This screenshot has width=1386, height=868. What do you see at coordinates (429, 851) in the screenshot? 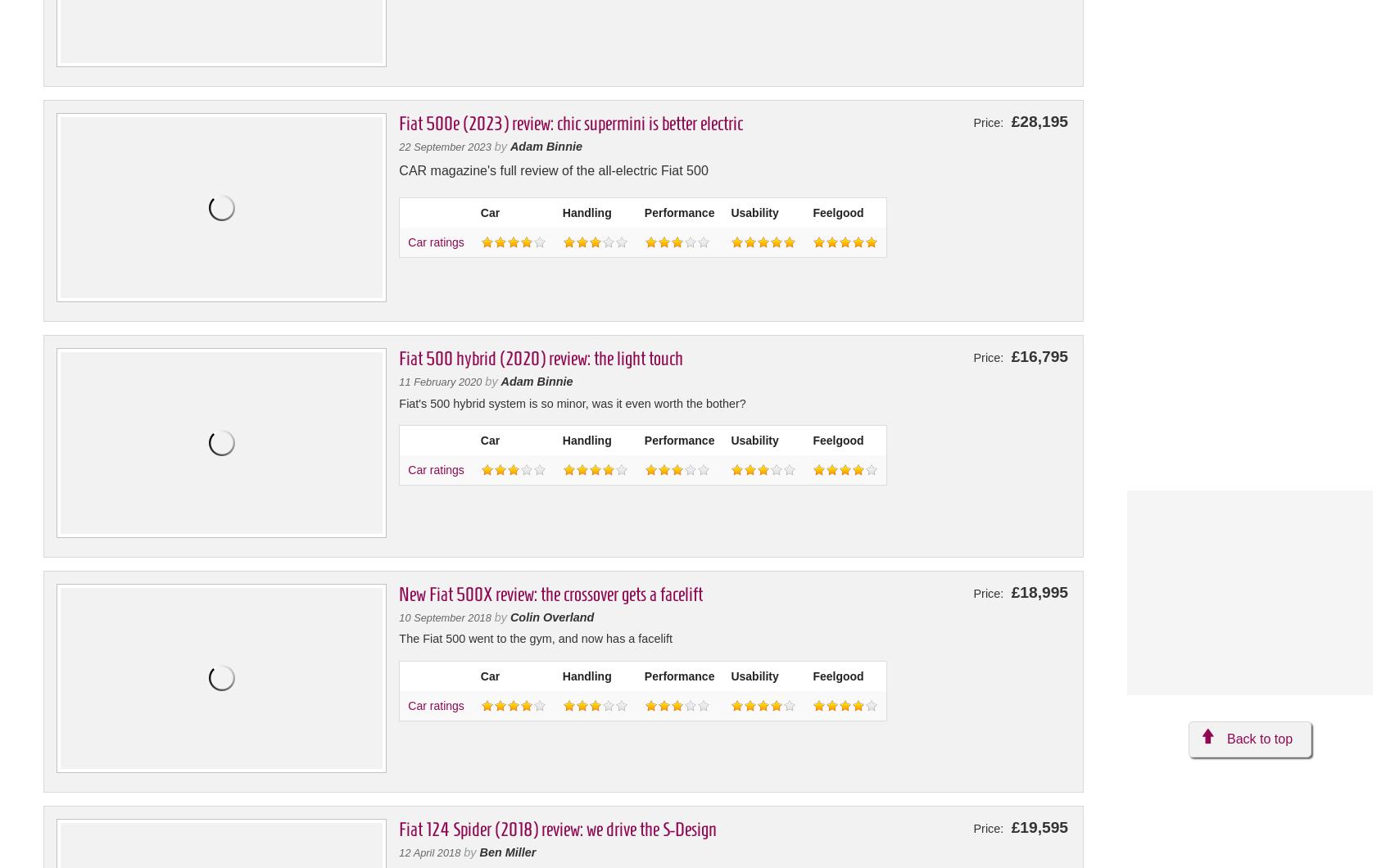
I see `'12 April 2018'` at bounding box center [429, 851].